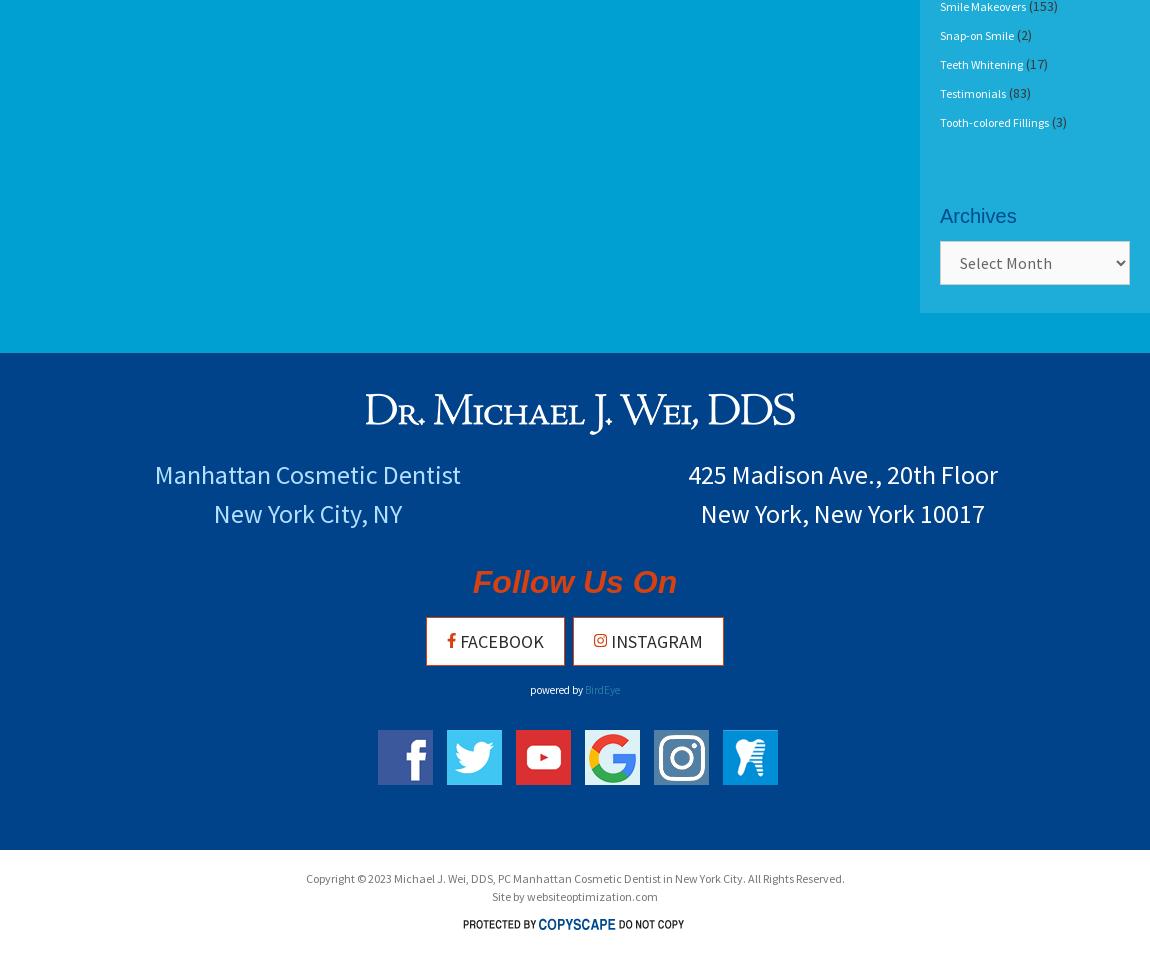 This screenshot has width=1150, height=953. What do you see at coordinates (601, 689) in the screenshot?
I see `'BirdEye'` at bounding box center [601, 689].